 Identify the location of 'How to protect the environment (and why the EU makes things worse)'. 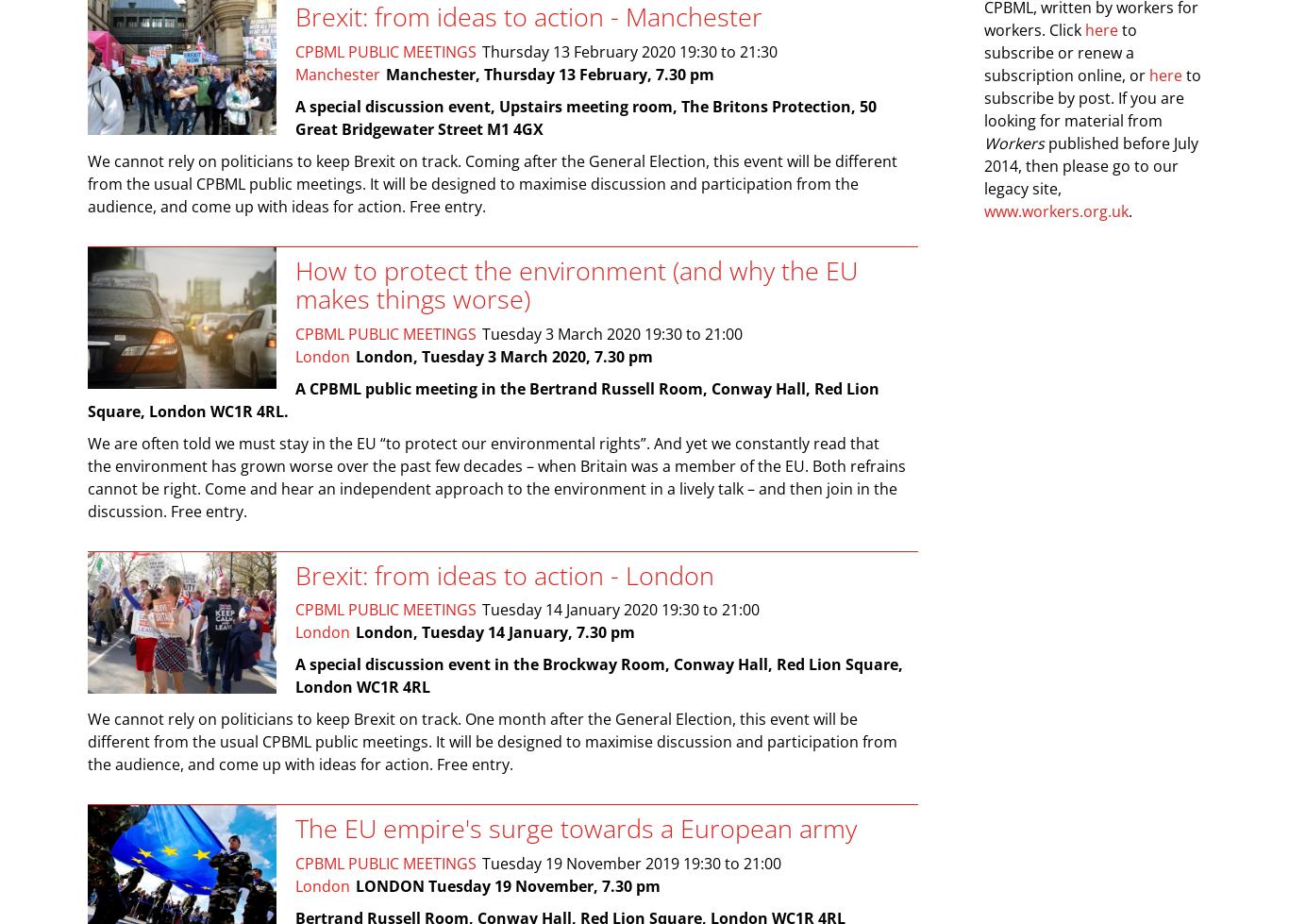
(576, 284).